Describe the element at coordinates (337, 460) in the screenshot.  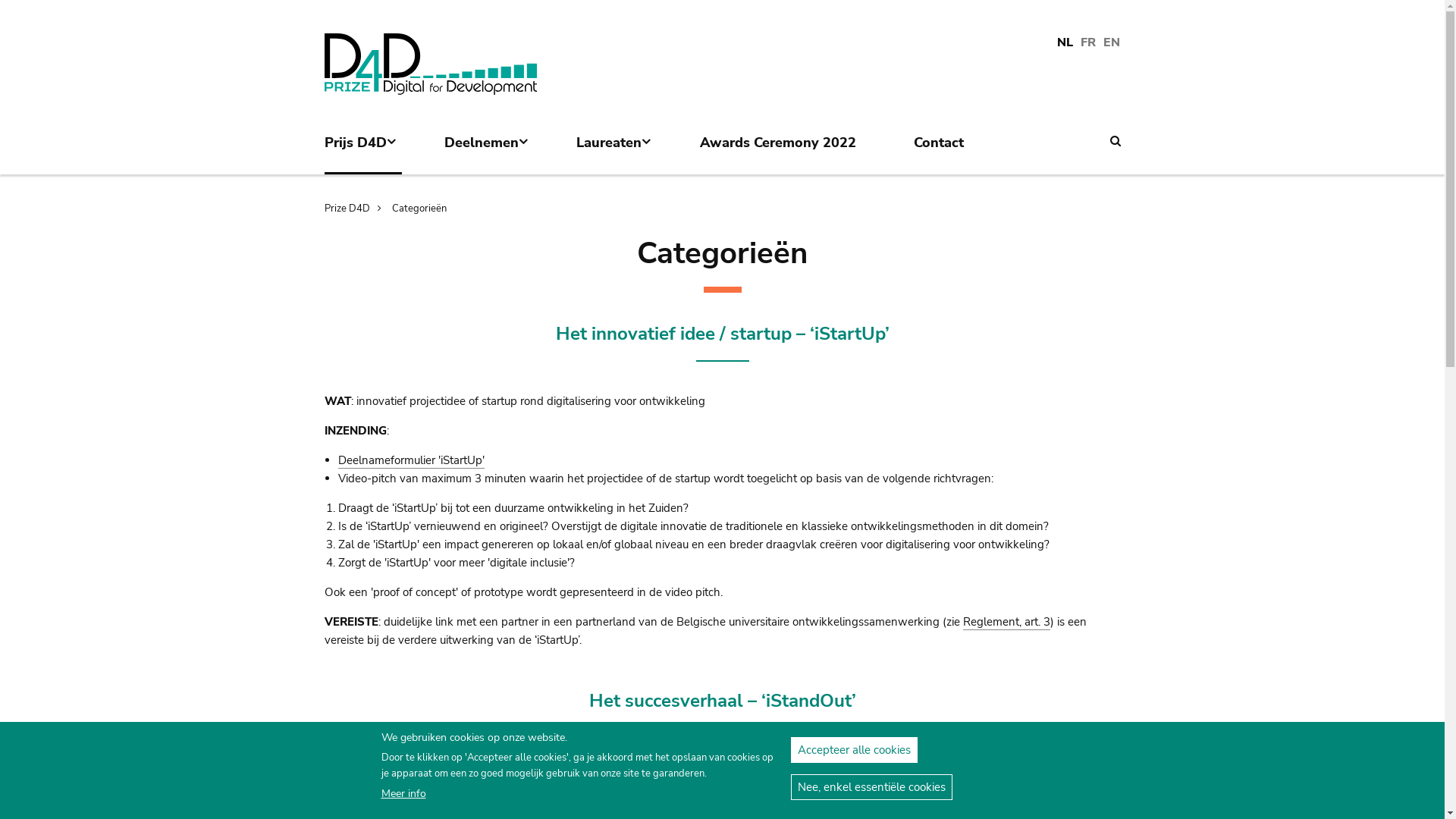
I see `'Deelnameformulier 'iStartUp''` at that location.